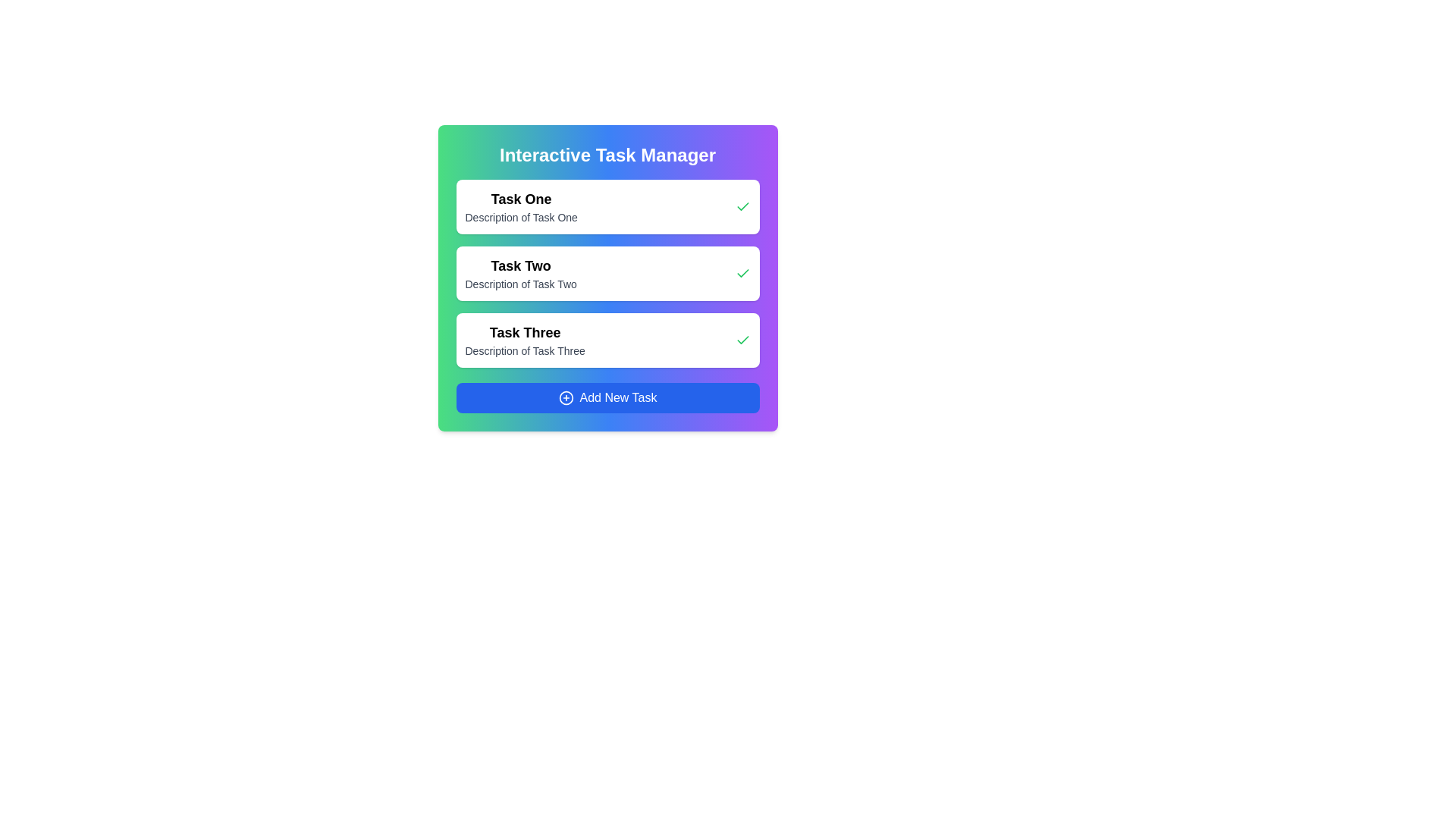  What do you see at coordinates (742, 207) in the screenshot?
I see `the completion marker icon for 'Task One'` at bounding box center [742, 207].